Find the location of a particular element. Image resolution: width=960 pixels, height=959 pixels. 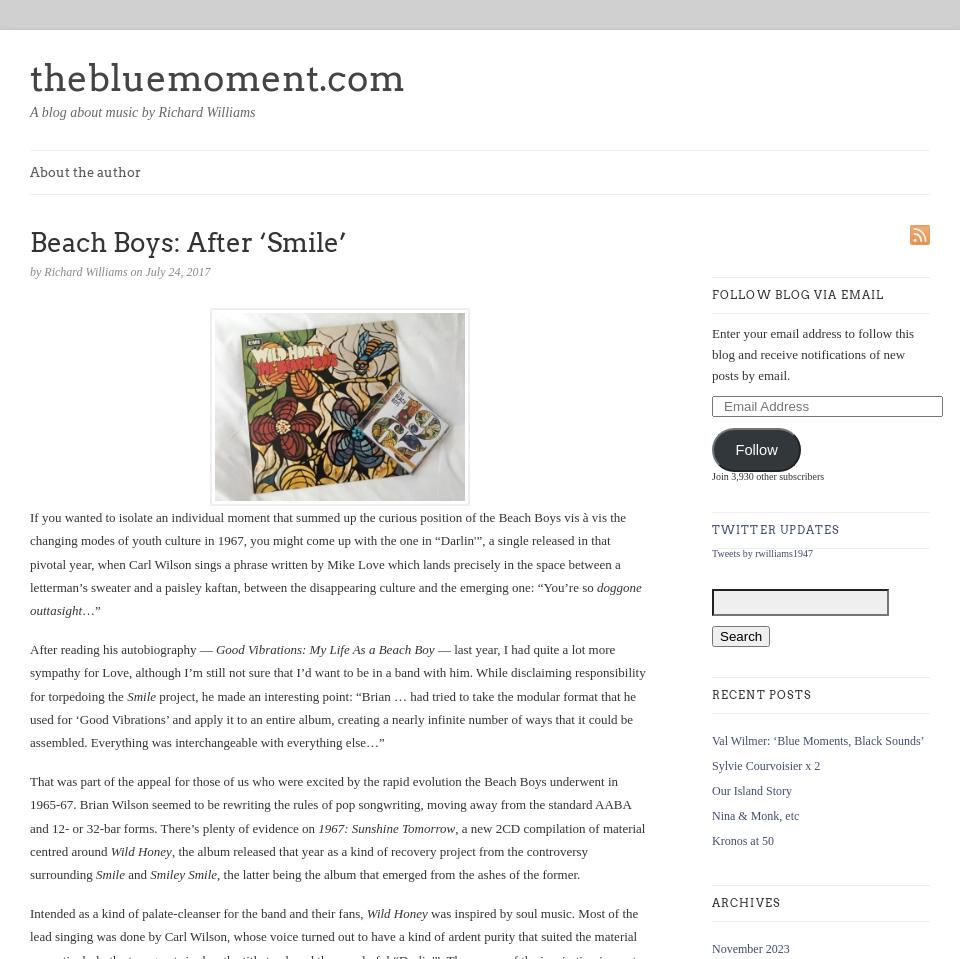

'Tweets by rwilliams1947' is located at coordinates (712, 551).